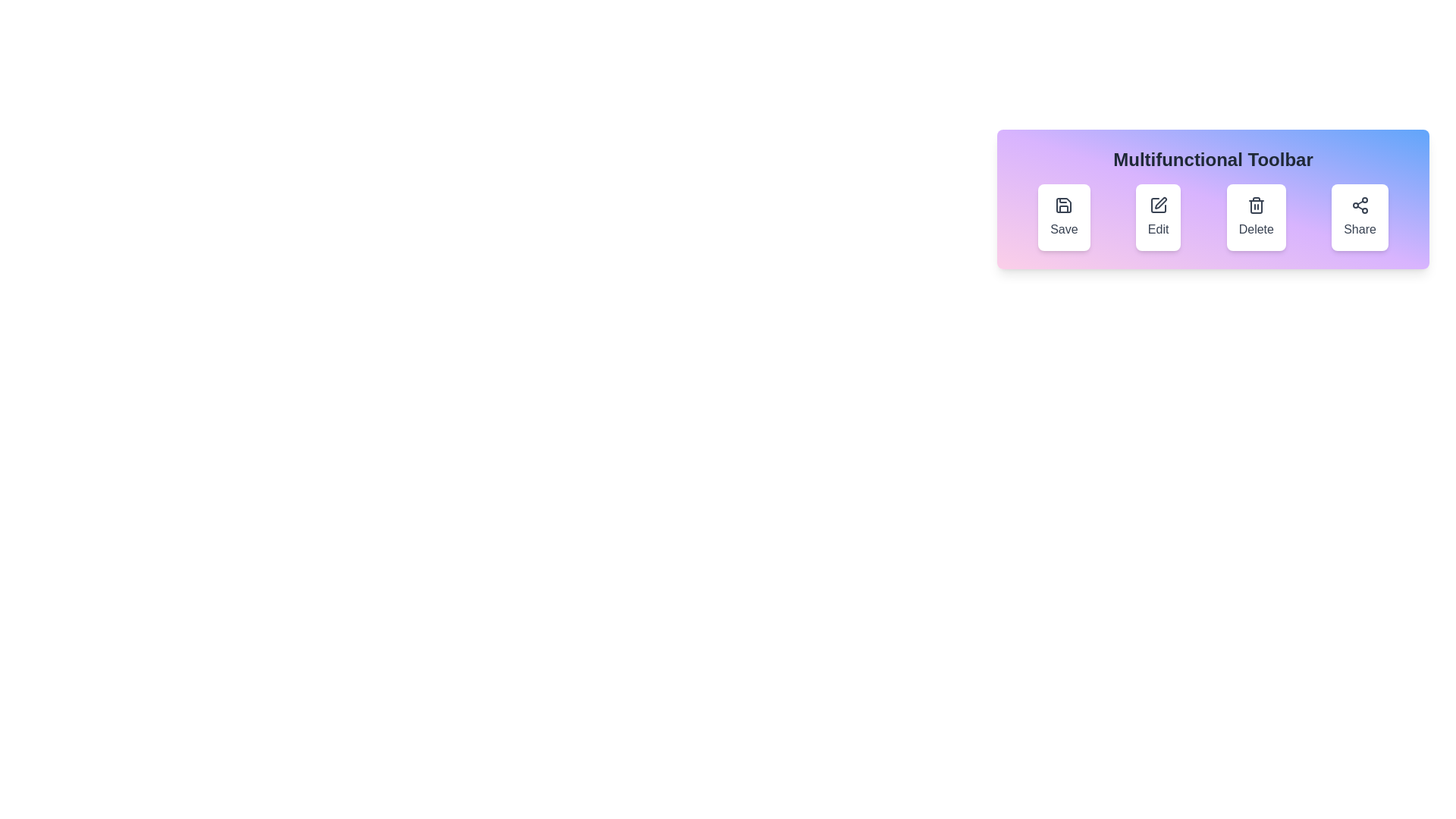  What do you see at coordinates (1360, 217) in the screenshot?
I see `the 'Share' button` at bounding box center [1360, 217].